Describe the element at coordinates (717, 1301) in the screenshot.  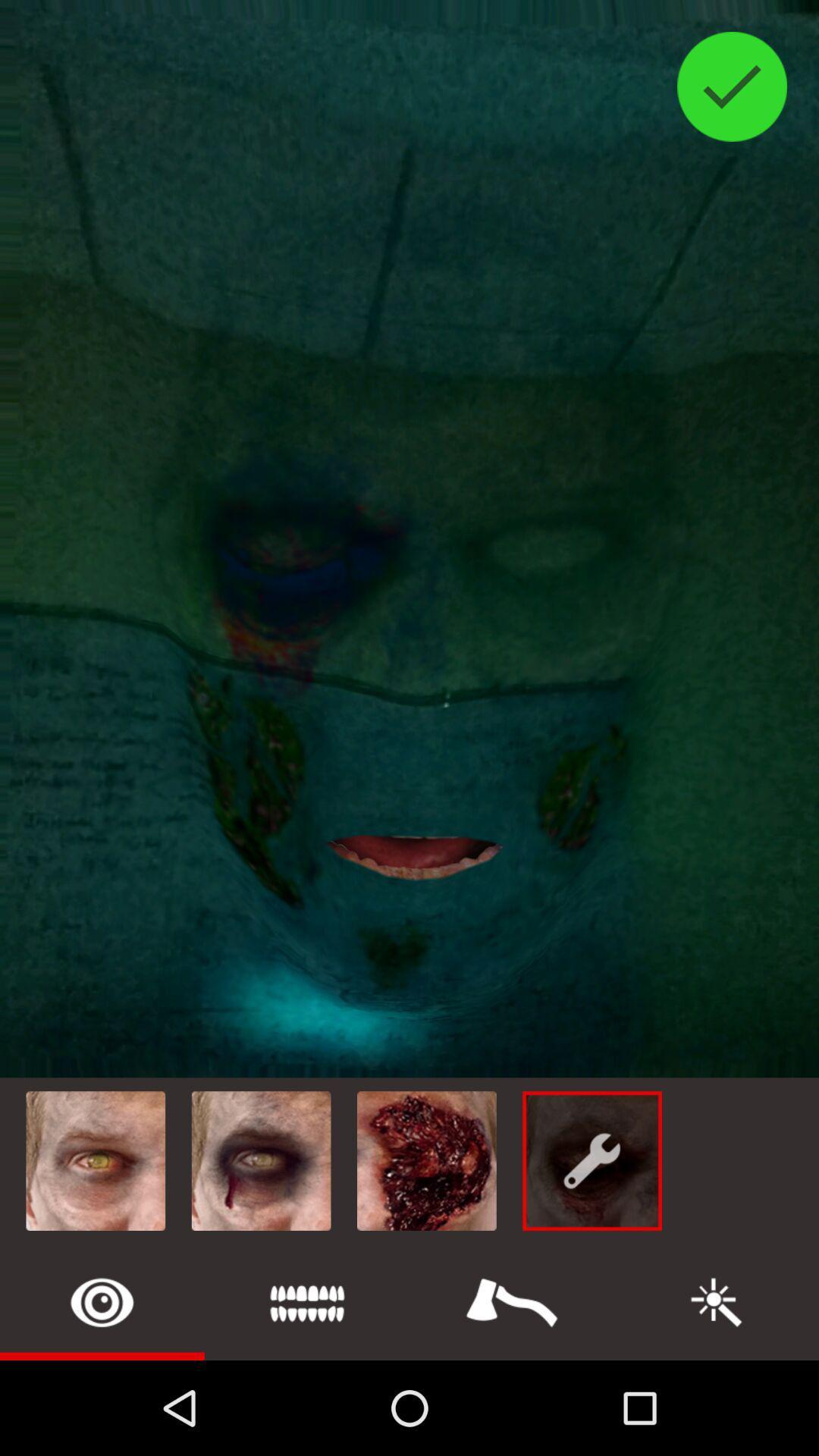
I see `edit tool` at that location.